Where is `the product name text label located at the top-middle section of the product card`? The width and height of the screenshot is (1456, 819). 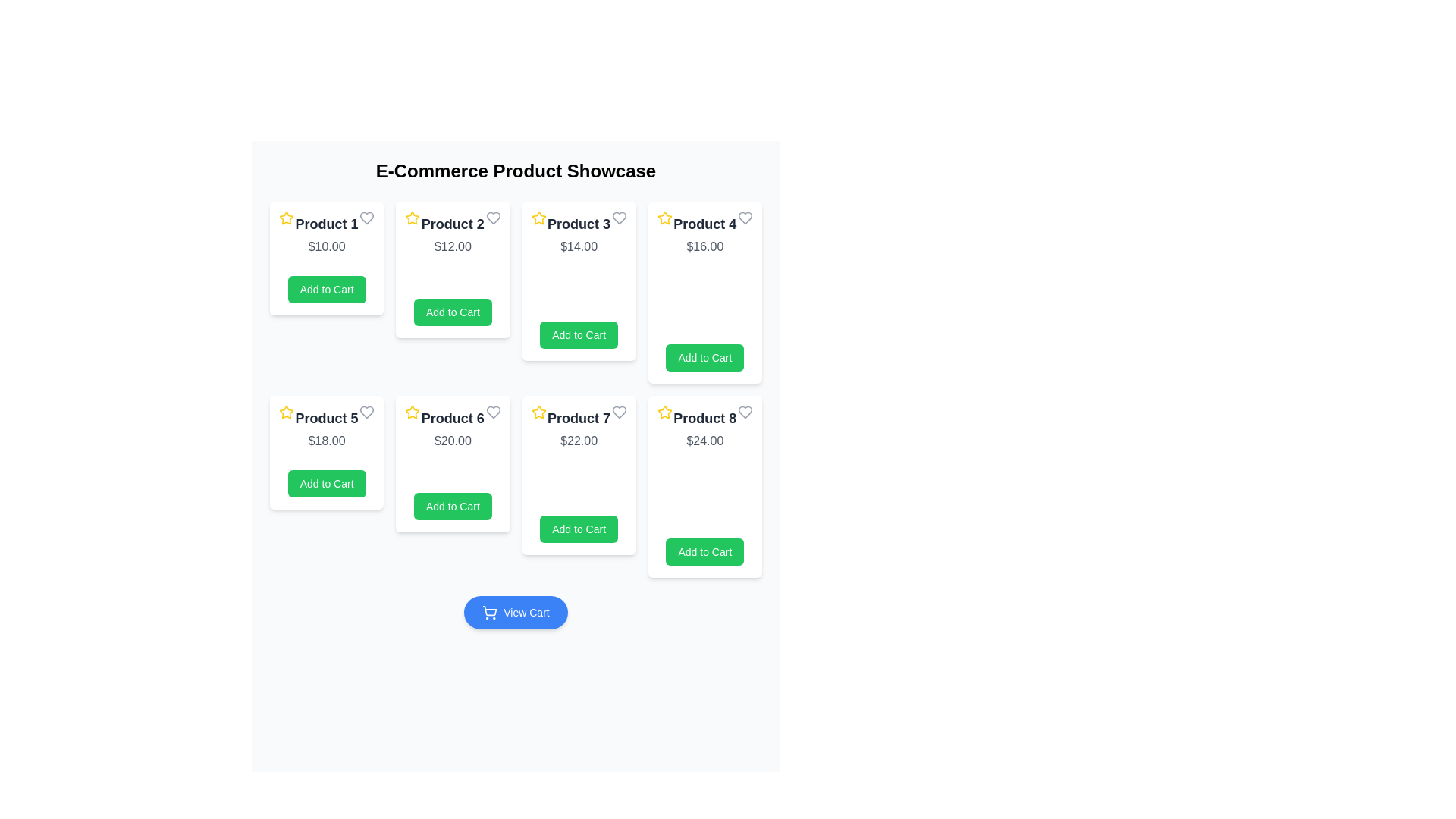
the product name text label located at the top-middle section of the product card is located at coordinates (326, 224).